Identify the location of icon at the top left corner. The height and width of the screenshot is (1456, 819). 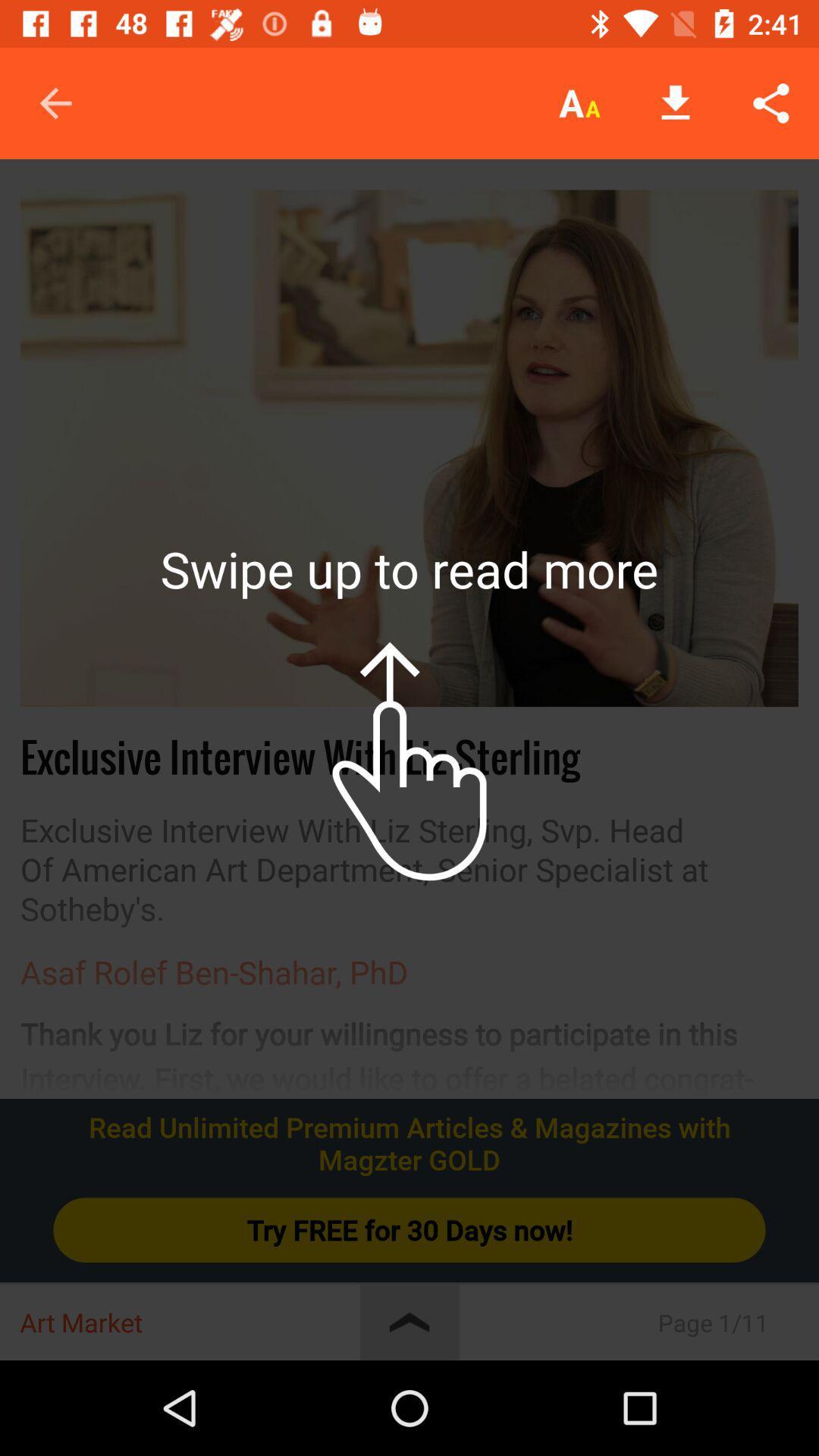
(55, 102).